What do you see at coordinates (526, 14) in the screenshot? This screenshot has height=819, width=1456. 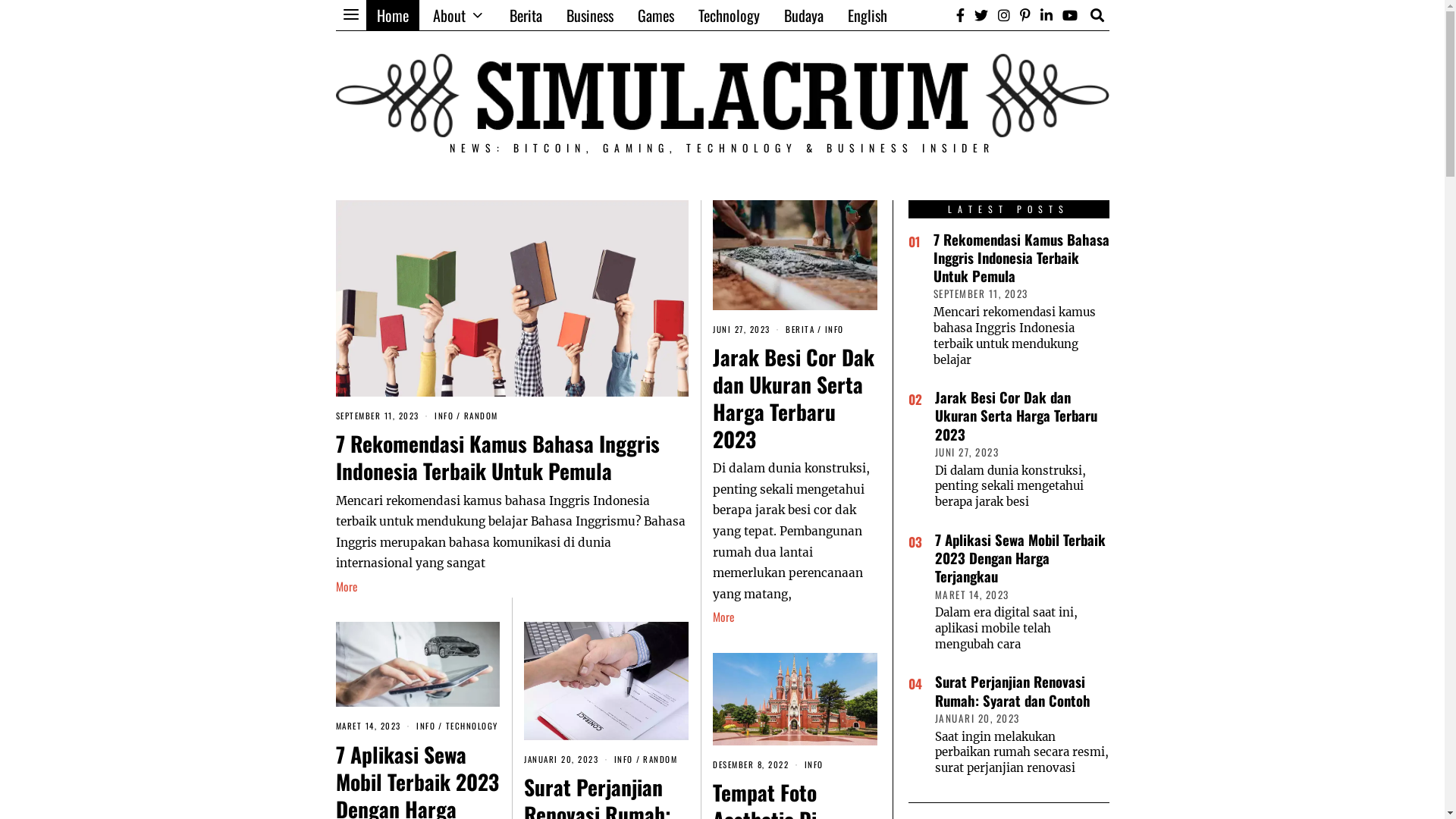 I see `'Berita'` at bounding box center [526, 14].